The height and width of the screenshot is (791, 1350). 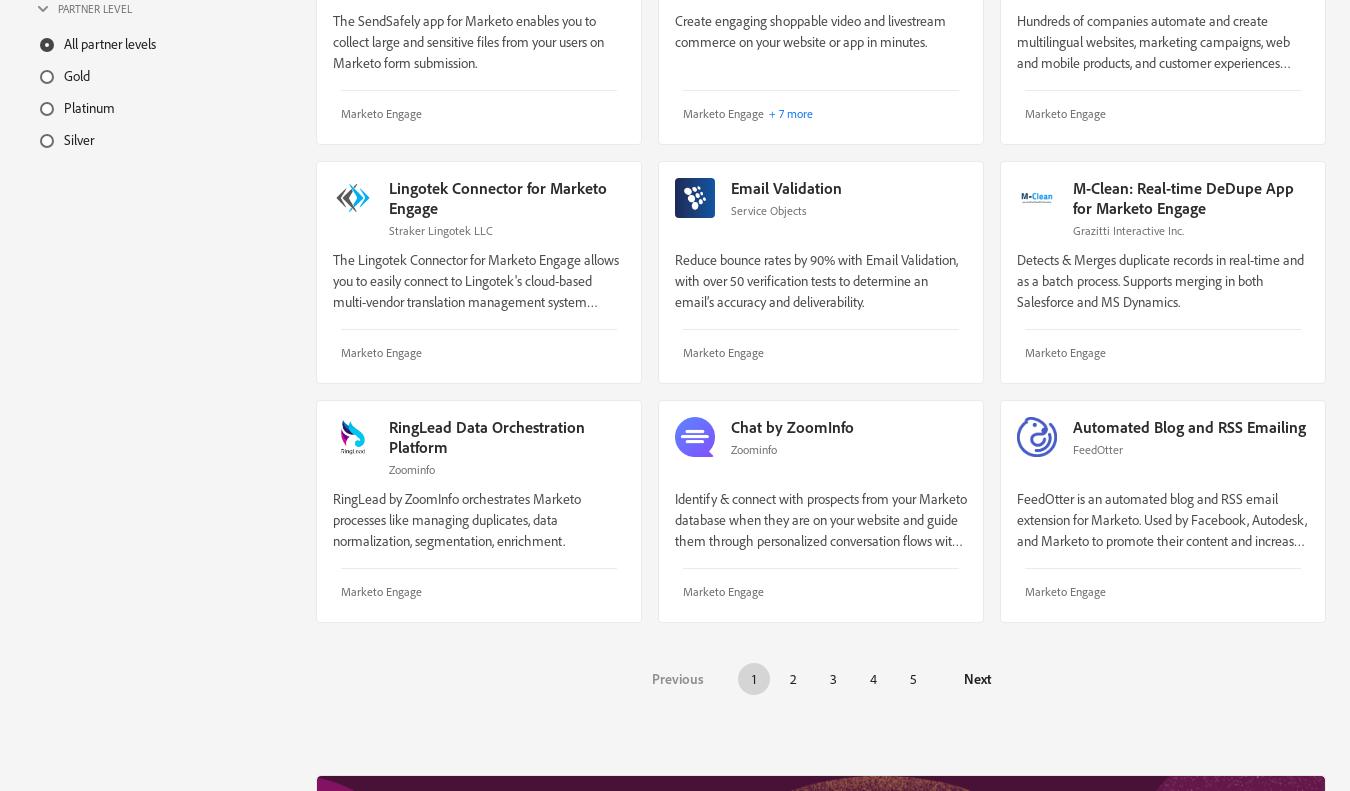 I want to click on 'Previous', so click(x=676, y=677).